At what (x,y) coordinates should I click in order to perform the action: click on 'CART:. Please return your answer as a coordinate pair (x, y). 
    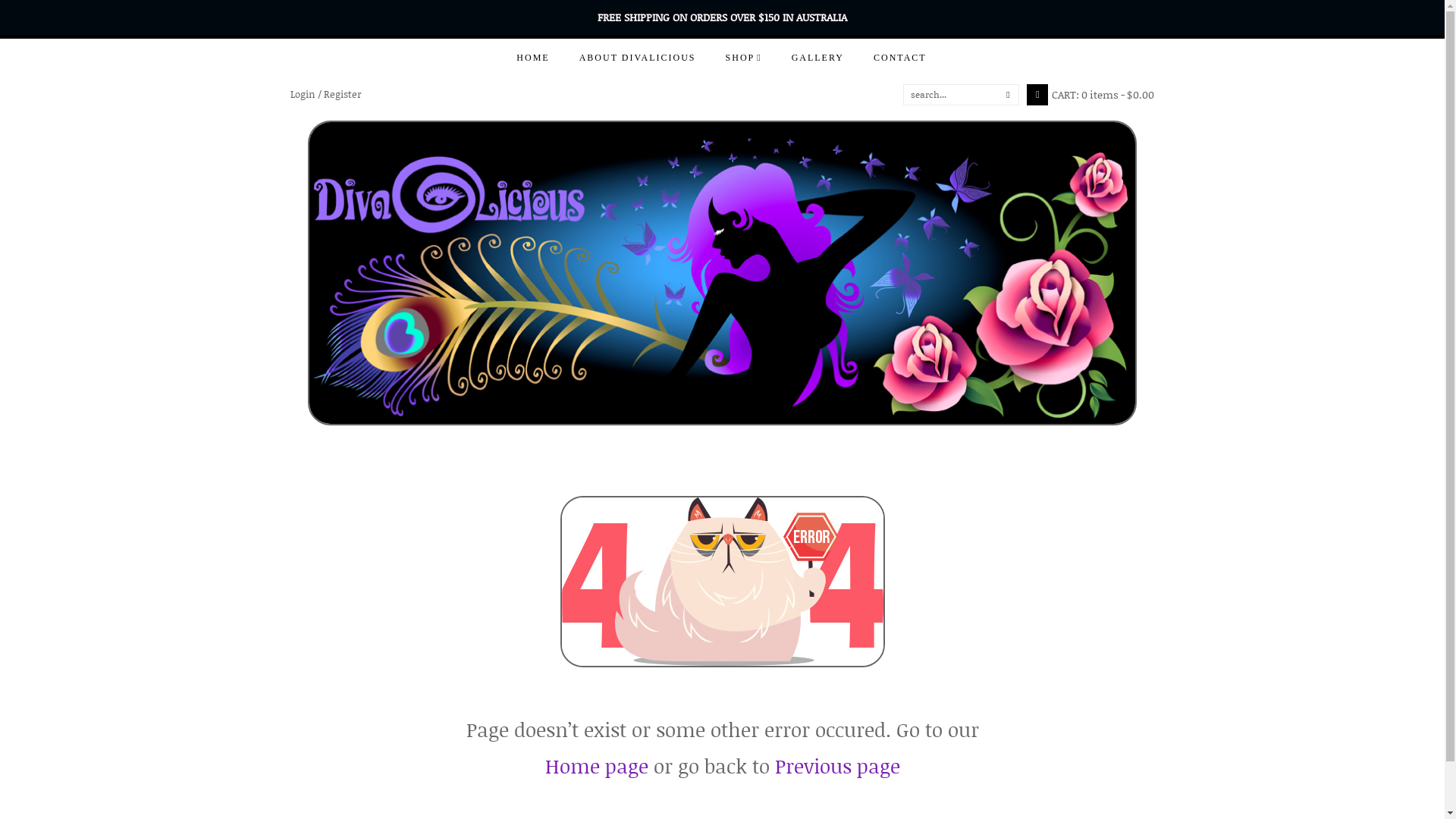
    Looking at the image, I should click on (1090, 94).